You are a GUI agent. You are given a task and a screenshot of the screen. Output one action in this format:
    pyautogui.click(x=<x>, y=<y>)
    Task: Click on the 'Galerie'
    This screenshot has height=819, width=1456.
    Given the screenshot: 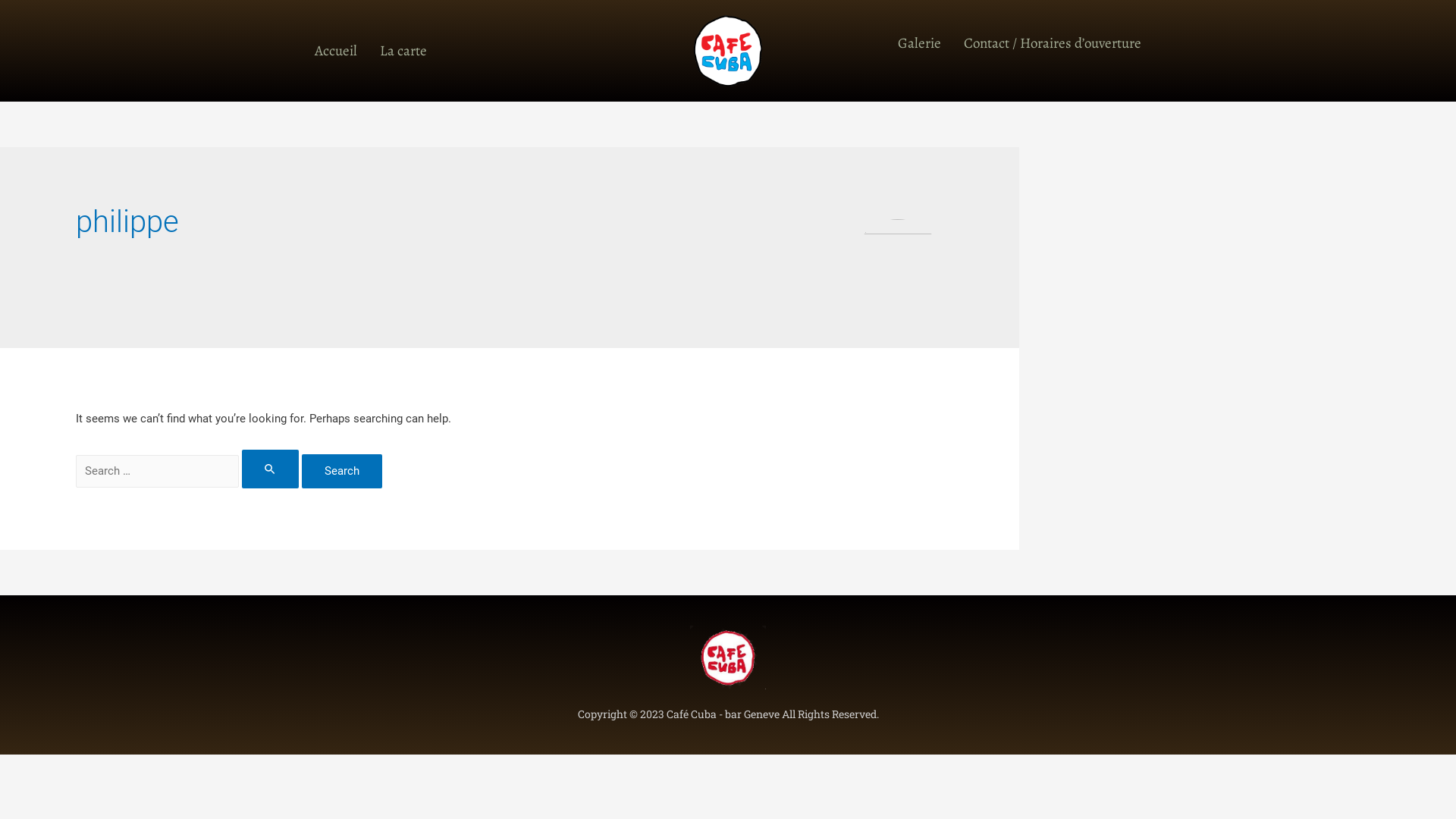 What is the action you would take?
    pyautogui.click(x=918, y=42)
    